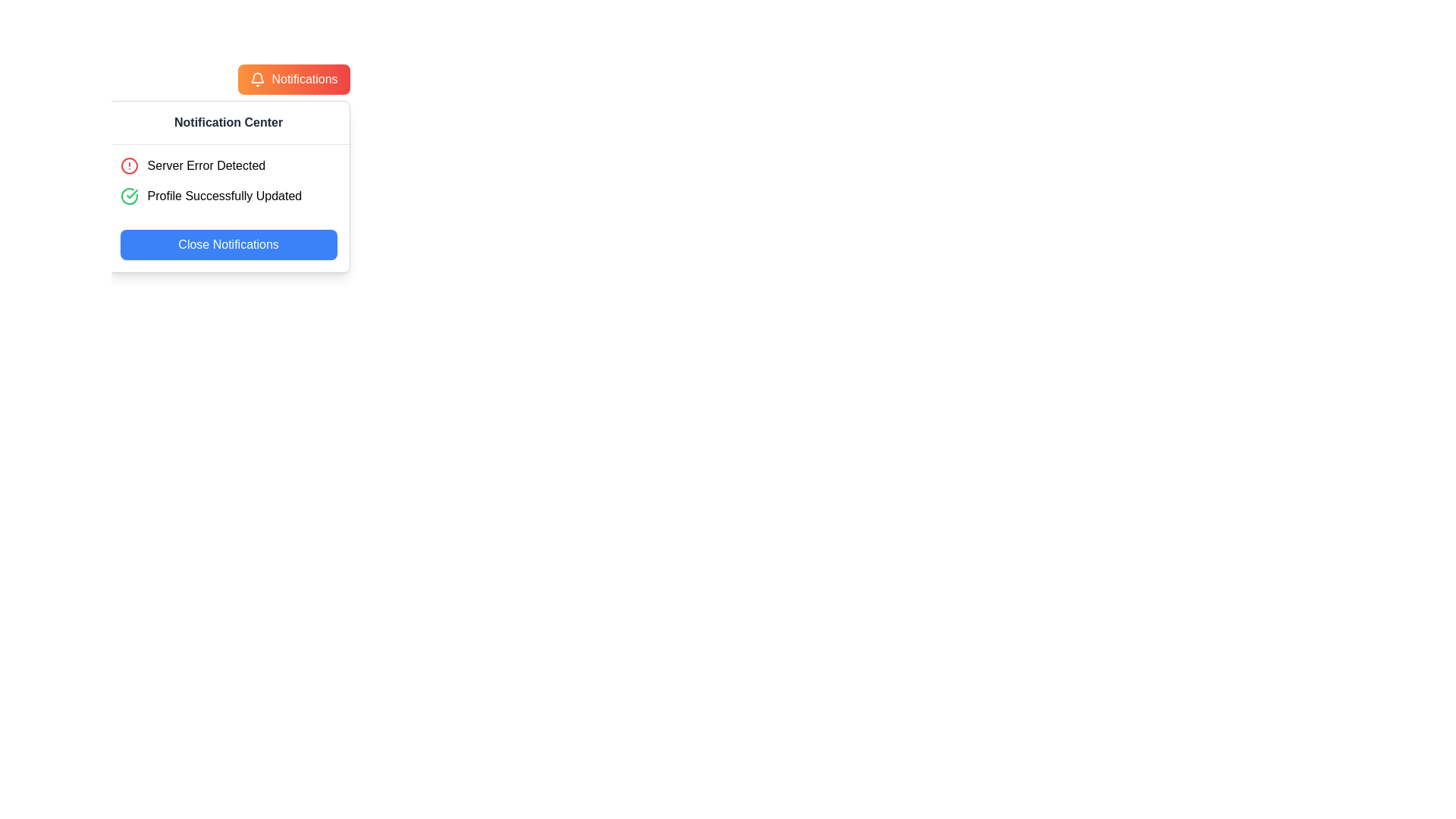 The width and height of the screenshot is (1456, 819). What do you see at coordinates (227, 244) in the screenshot?
I see `the close button located at the bottom of the white notification box` at bounding box center [227, 244].